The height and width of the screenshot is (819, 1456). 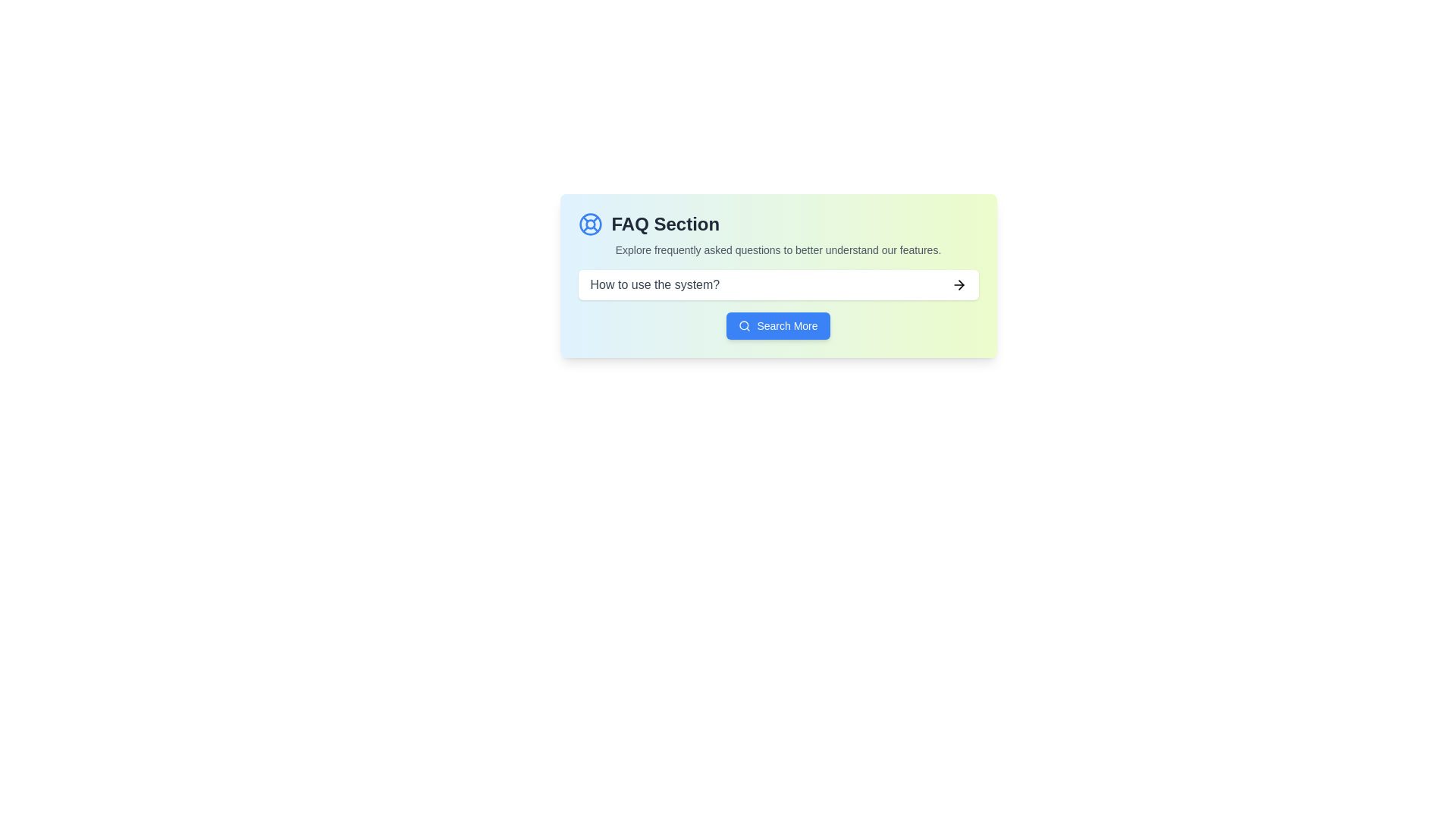 I want to click on the help icon located to the far left within the header area of the FAQ section, preceding the 'FAQ Section' text, so click(x=589, y=224).